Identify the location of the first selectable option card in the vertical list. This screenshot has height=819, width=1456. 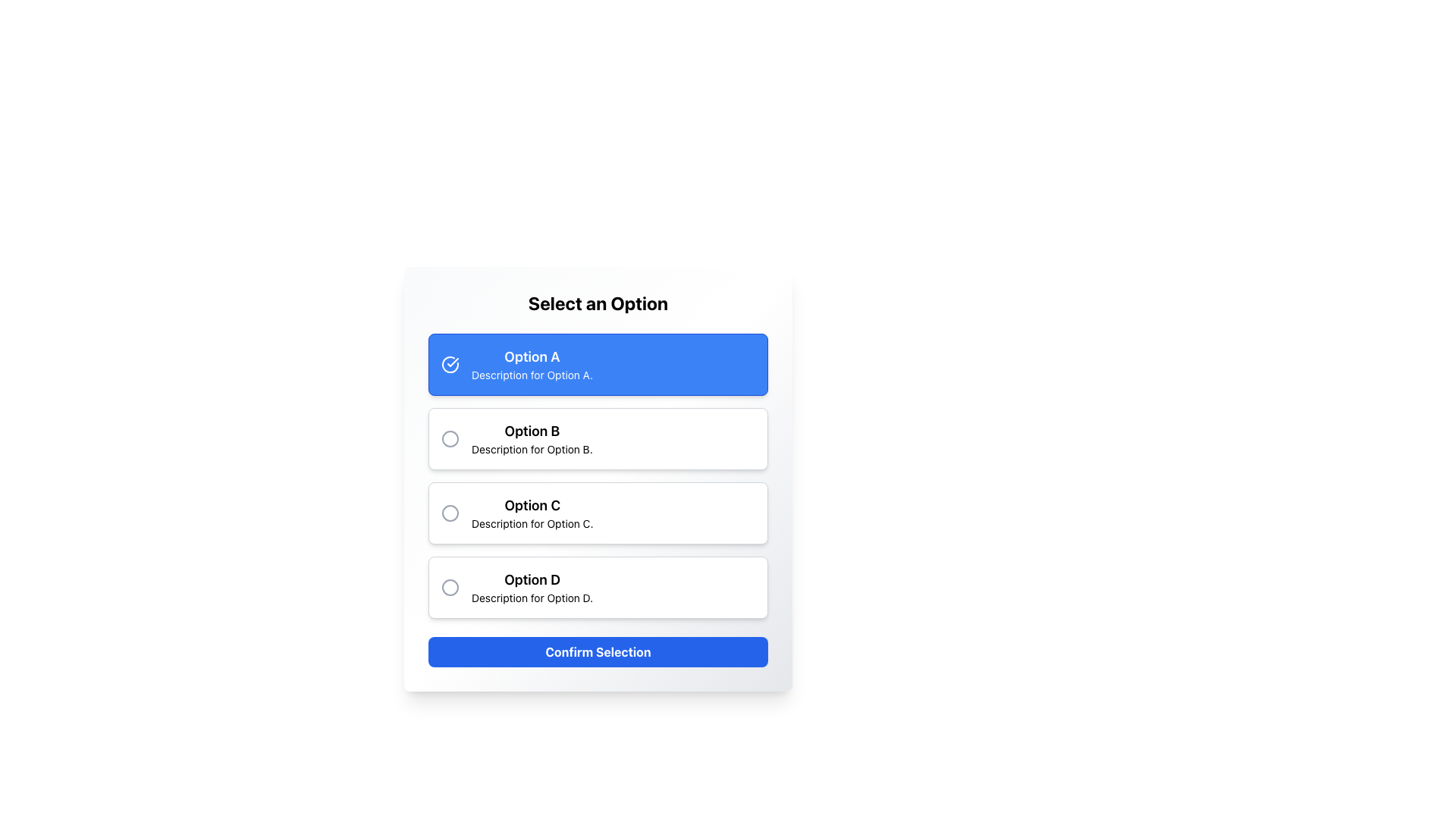
(597, 365).